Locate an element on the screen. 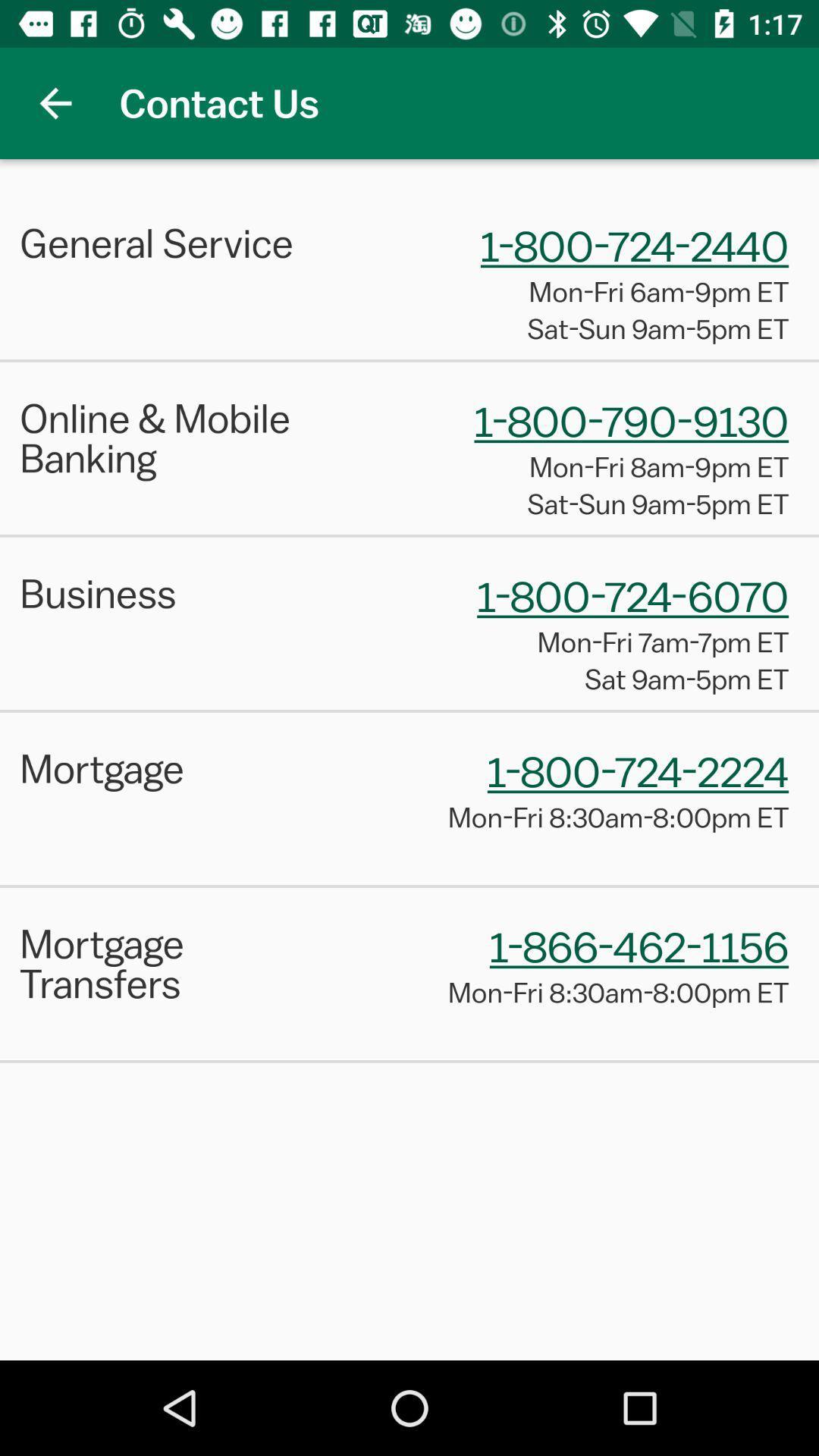 The height and width of the screenshot is (1456, 819). 1 866 462 icon is located at coordinates (639, 945).